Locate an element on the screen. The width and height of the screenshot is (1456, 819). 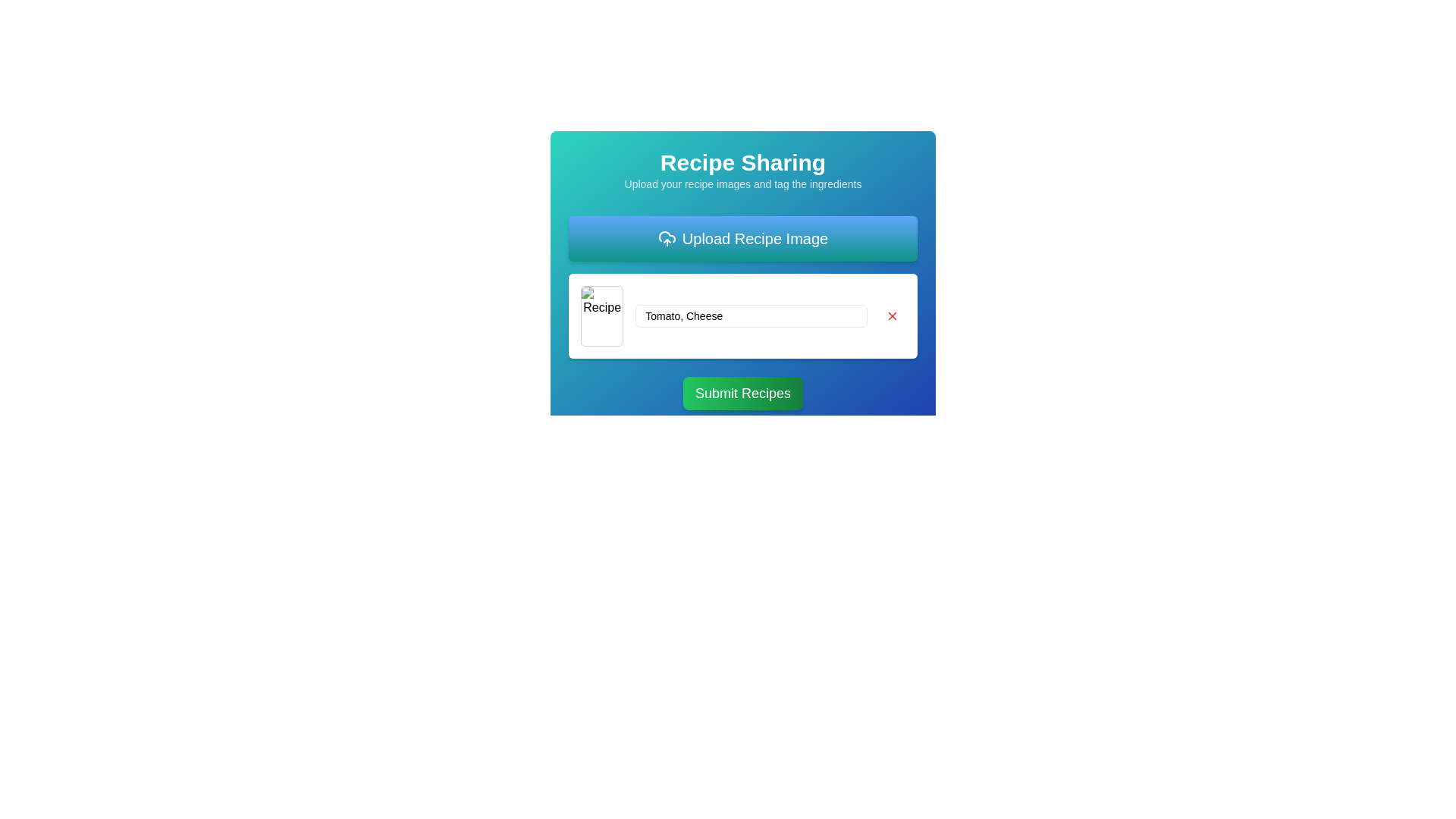
the submit button located below the ingredients text input field is located at coordinates (742, 393).